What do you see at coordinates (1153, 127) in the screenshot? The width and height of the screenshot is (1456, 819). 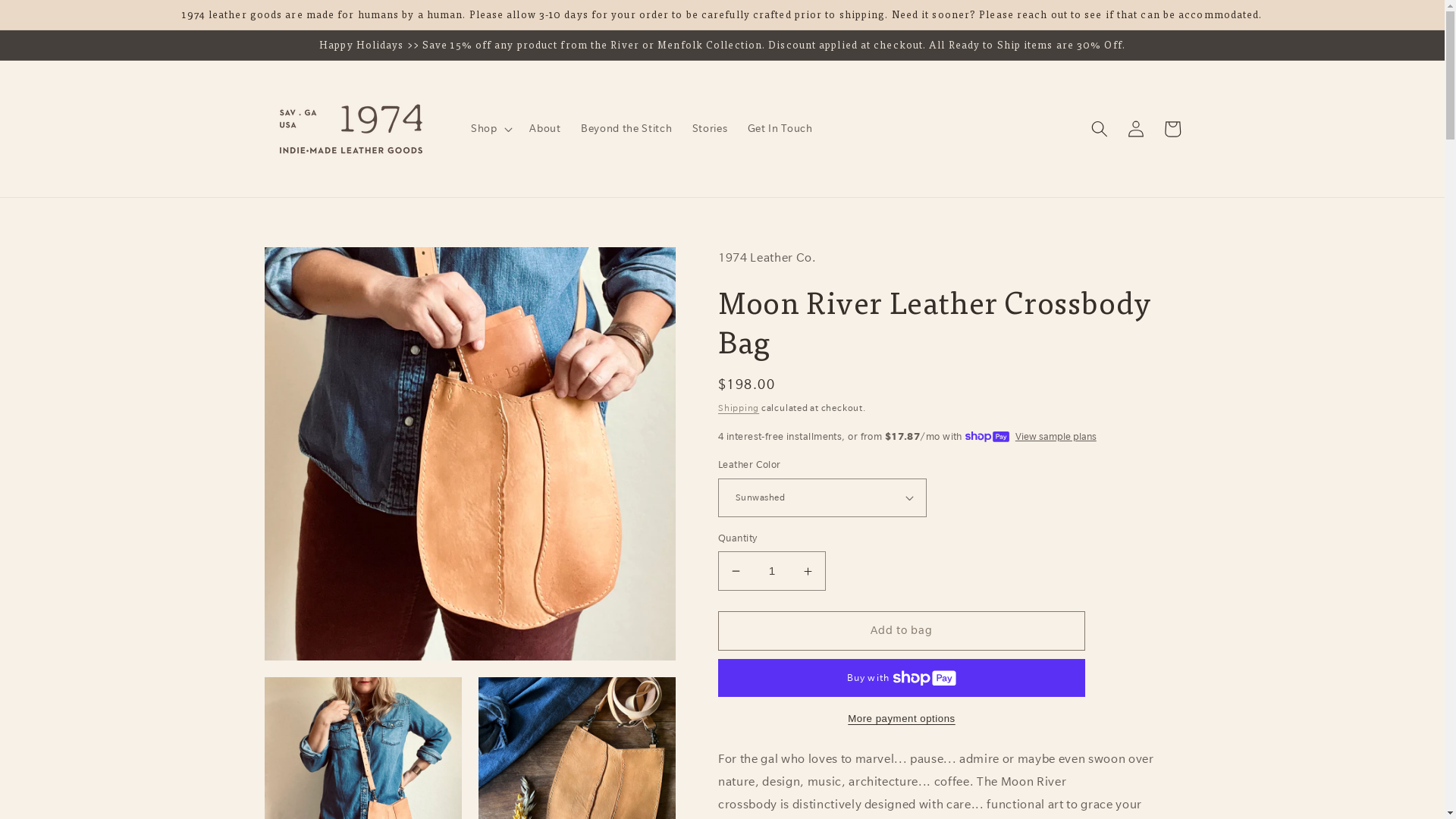 I see `'Bag'` at bounding box center [1153, 127].